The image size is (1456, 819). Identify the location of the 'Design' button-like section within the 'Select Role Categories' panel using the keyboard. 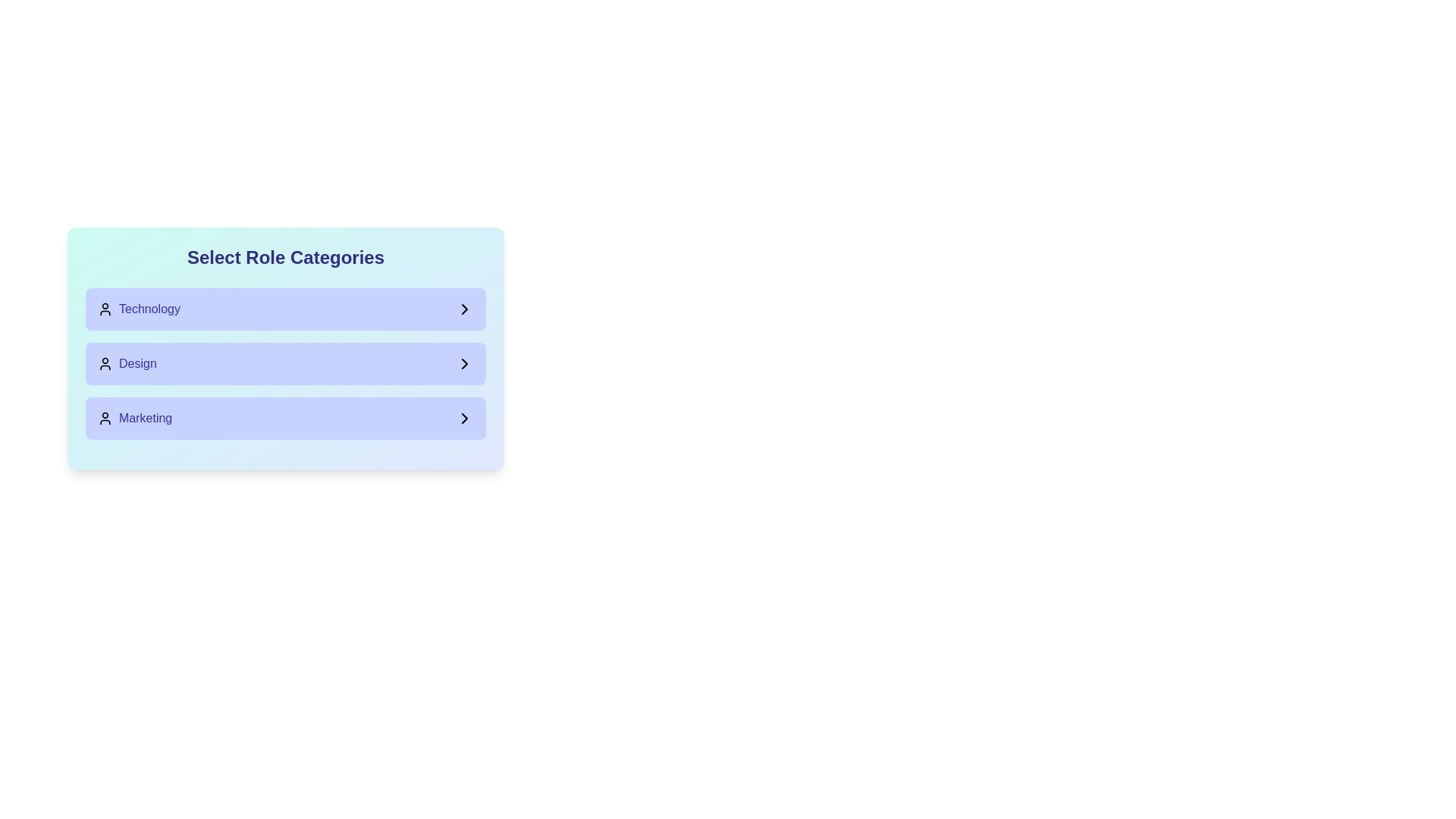
(286, 363).